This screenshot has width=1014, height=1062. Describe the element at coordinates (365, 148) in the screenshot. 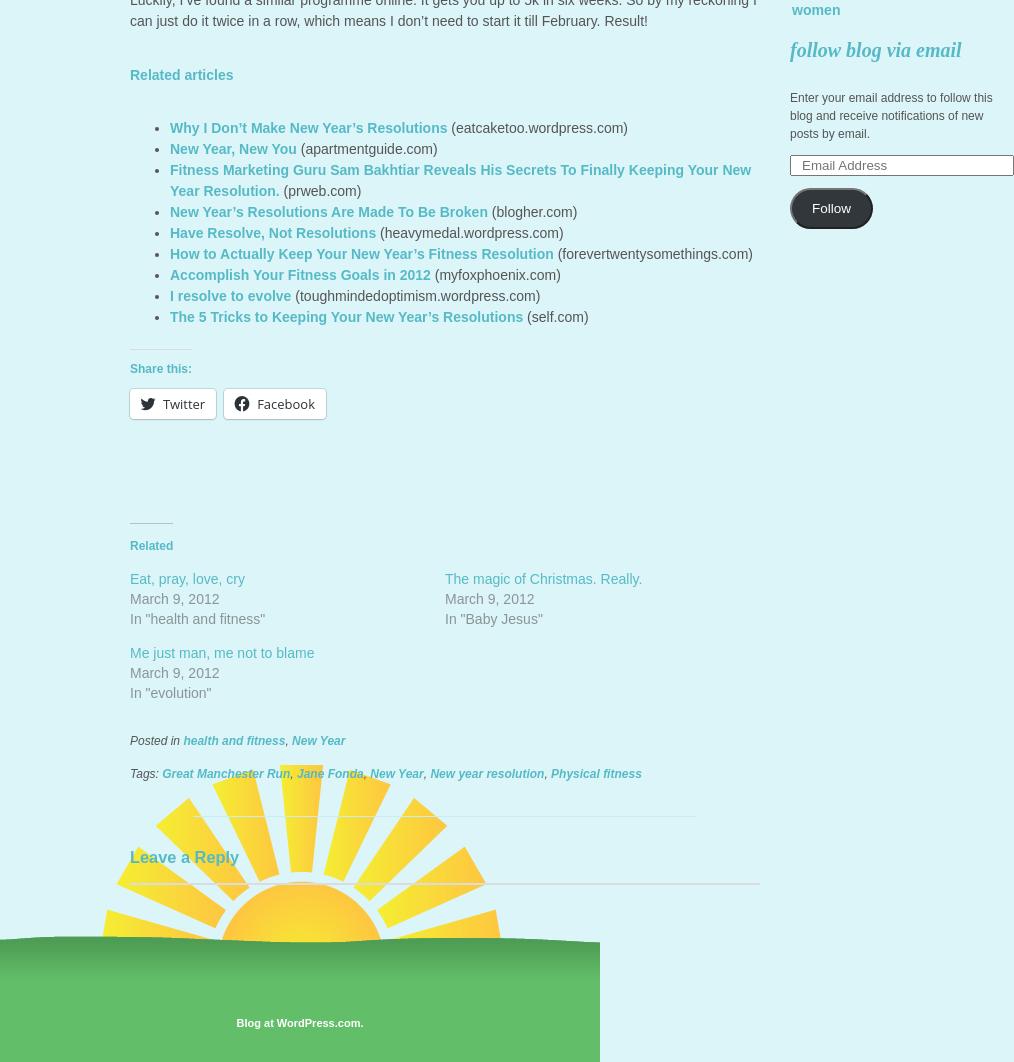

I see `'(apartmentguide.com)'` at that location.